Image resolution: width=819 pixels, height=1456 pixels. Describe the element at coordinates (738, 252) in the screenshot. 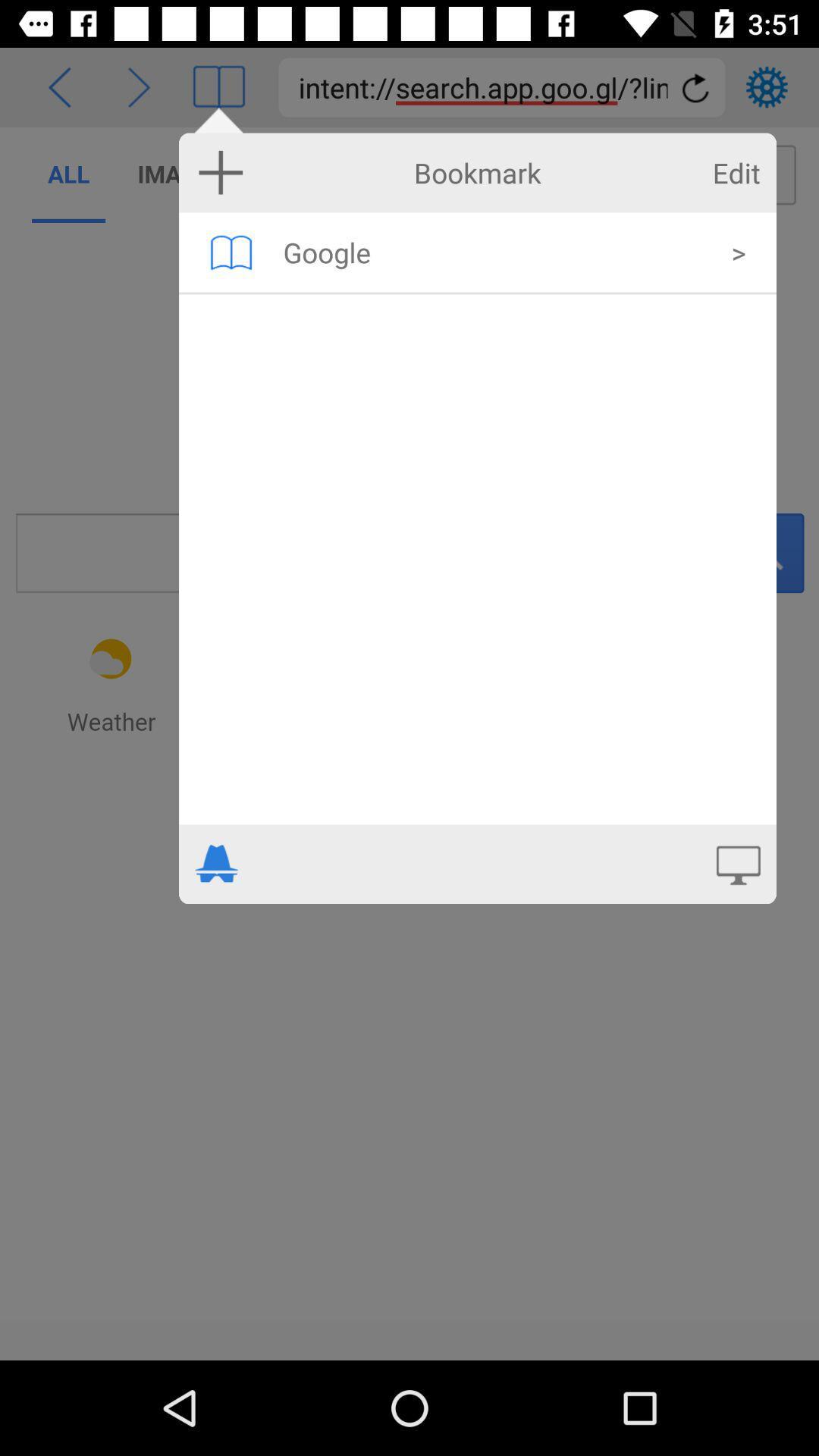

I see `icon next to the google item` at that location.